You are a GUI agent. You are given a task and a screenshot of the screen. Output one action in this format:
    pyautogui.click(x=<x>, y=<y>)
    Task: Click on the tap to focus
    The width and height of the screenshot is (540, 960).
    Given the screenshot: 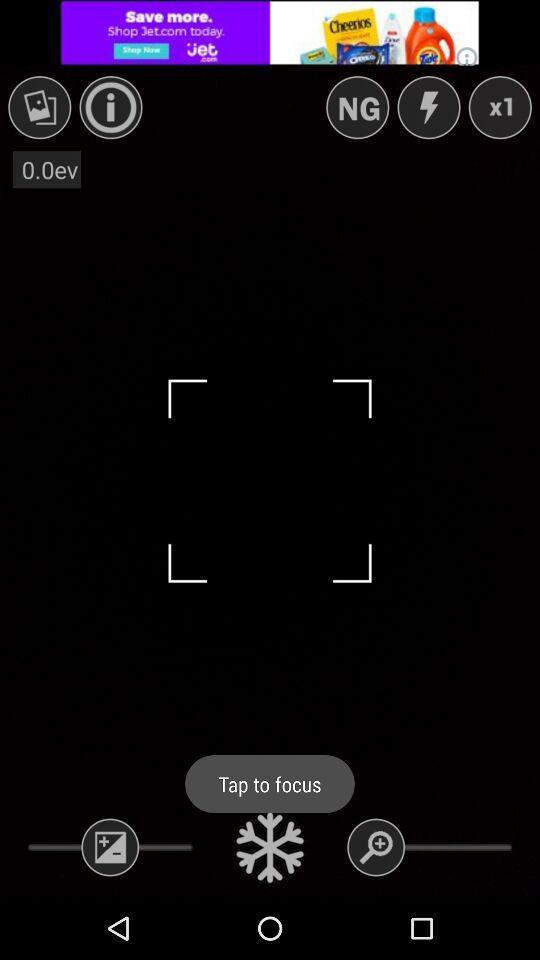 What is the action you would take?
    pyautogui.click(x=270, y=846)
    